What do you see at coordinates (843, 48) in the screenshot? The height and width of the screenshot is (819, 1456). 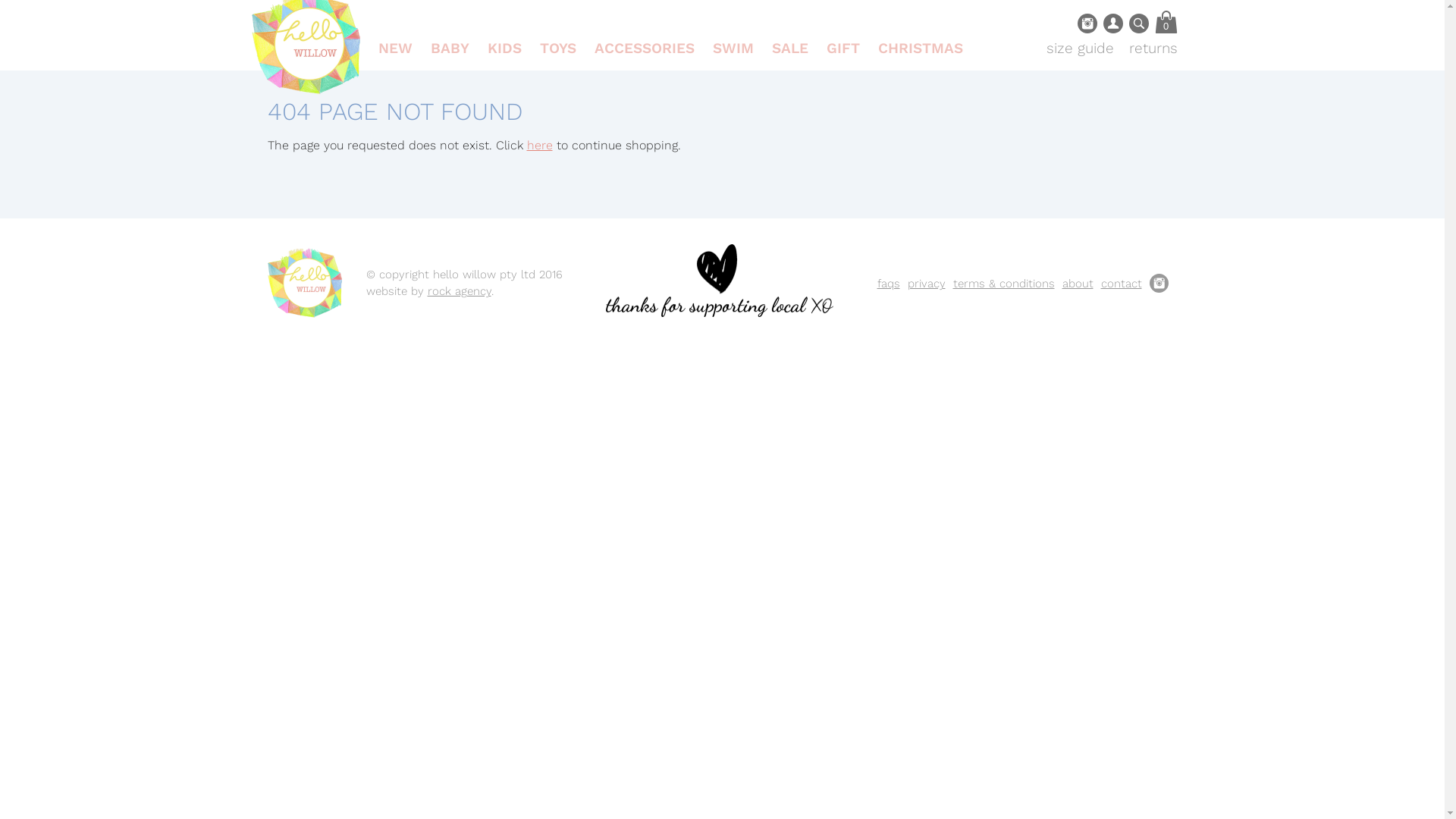 I see `'GIFT'` at bounding box center [843, 48].